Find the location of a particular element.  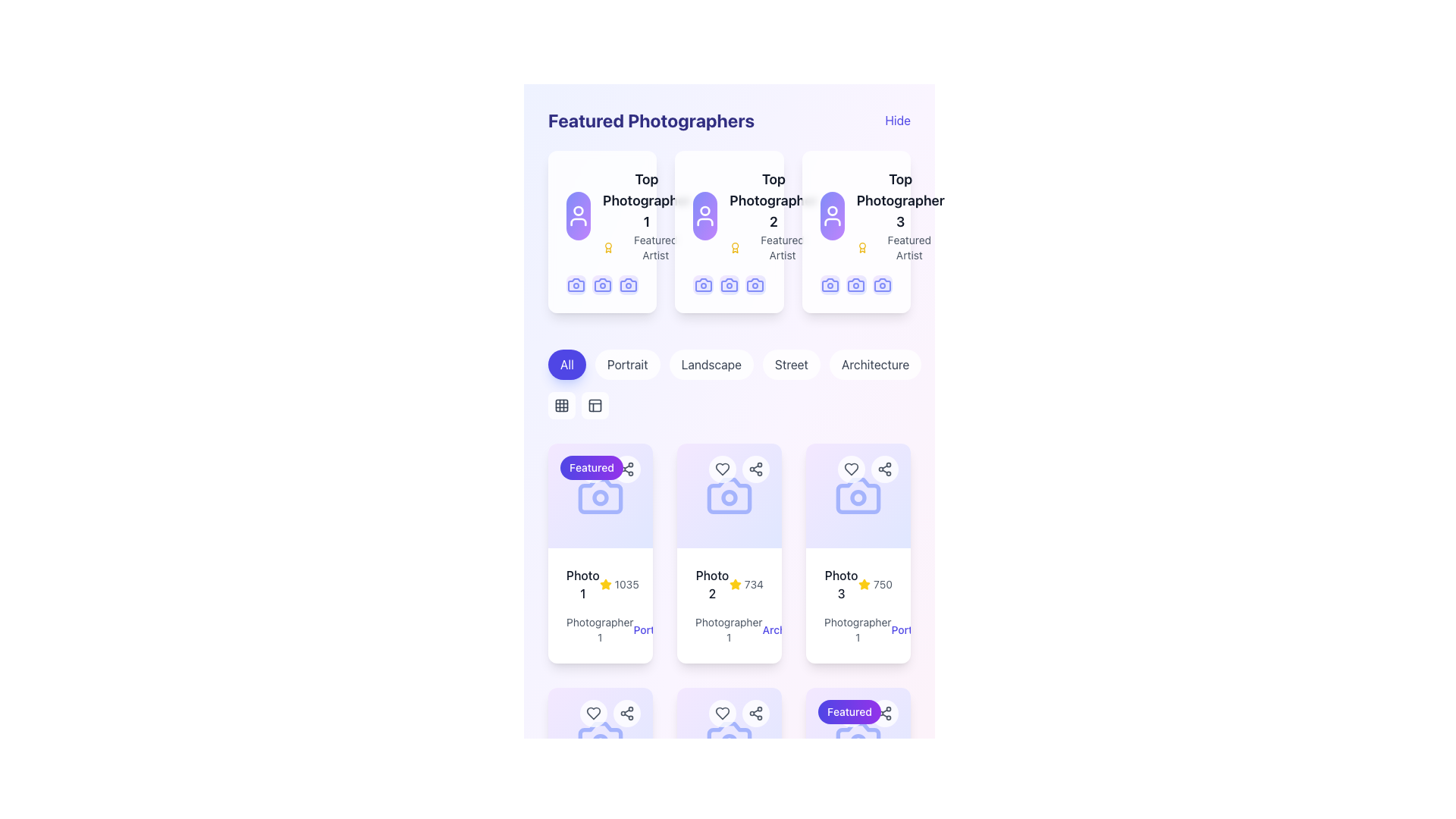

the Avatar or Profile Picture Placeholder in the second card titled 'Top Photographer 2' in the 'Featured Photographers' section is located at coordinates (704, 216).